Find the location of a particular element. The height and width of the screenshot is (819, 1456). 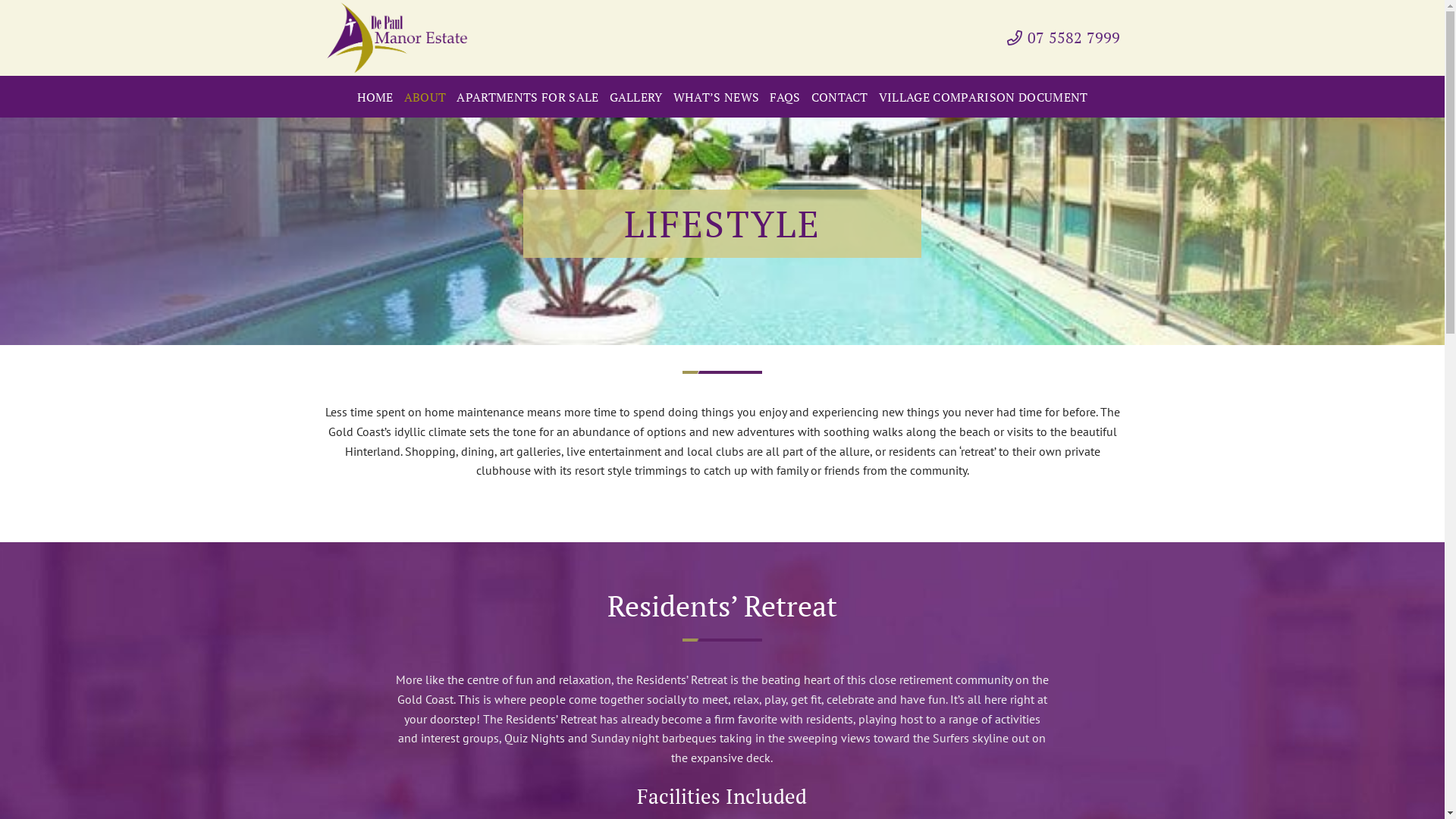

'APARTMENTS FOR SALE' is located at coordinates (455, 96).